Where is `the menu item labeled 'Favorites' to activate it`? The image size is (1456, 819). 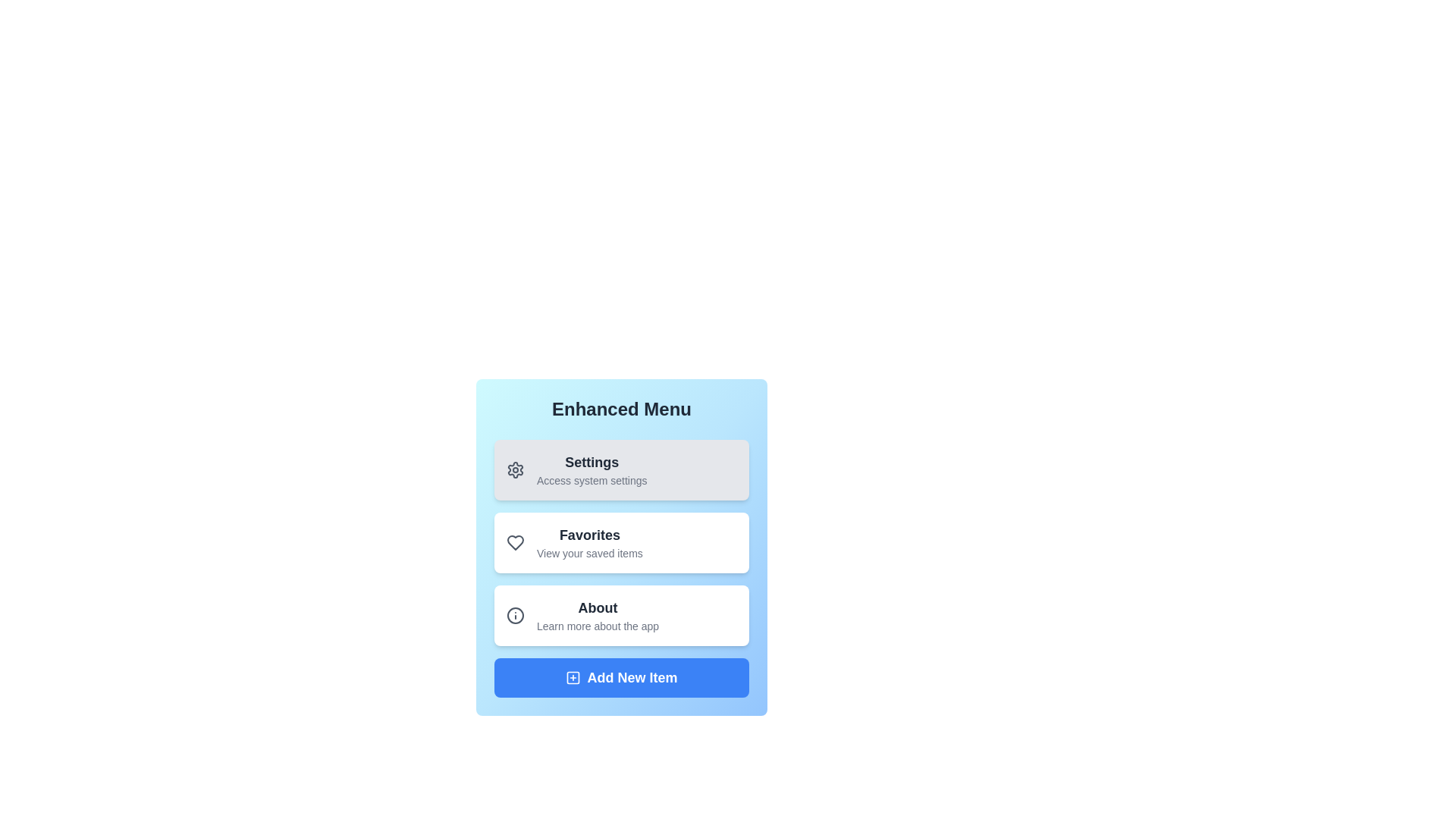 the menu item labeled 'Favorites' to activate it is located at coordinates (622, 542).